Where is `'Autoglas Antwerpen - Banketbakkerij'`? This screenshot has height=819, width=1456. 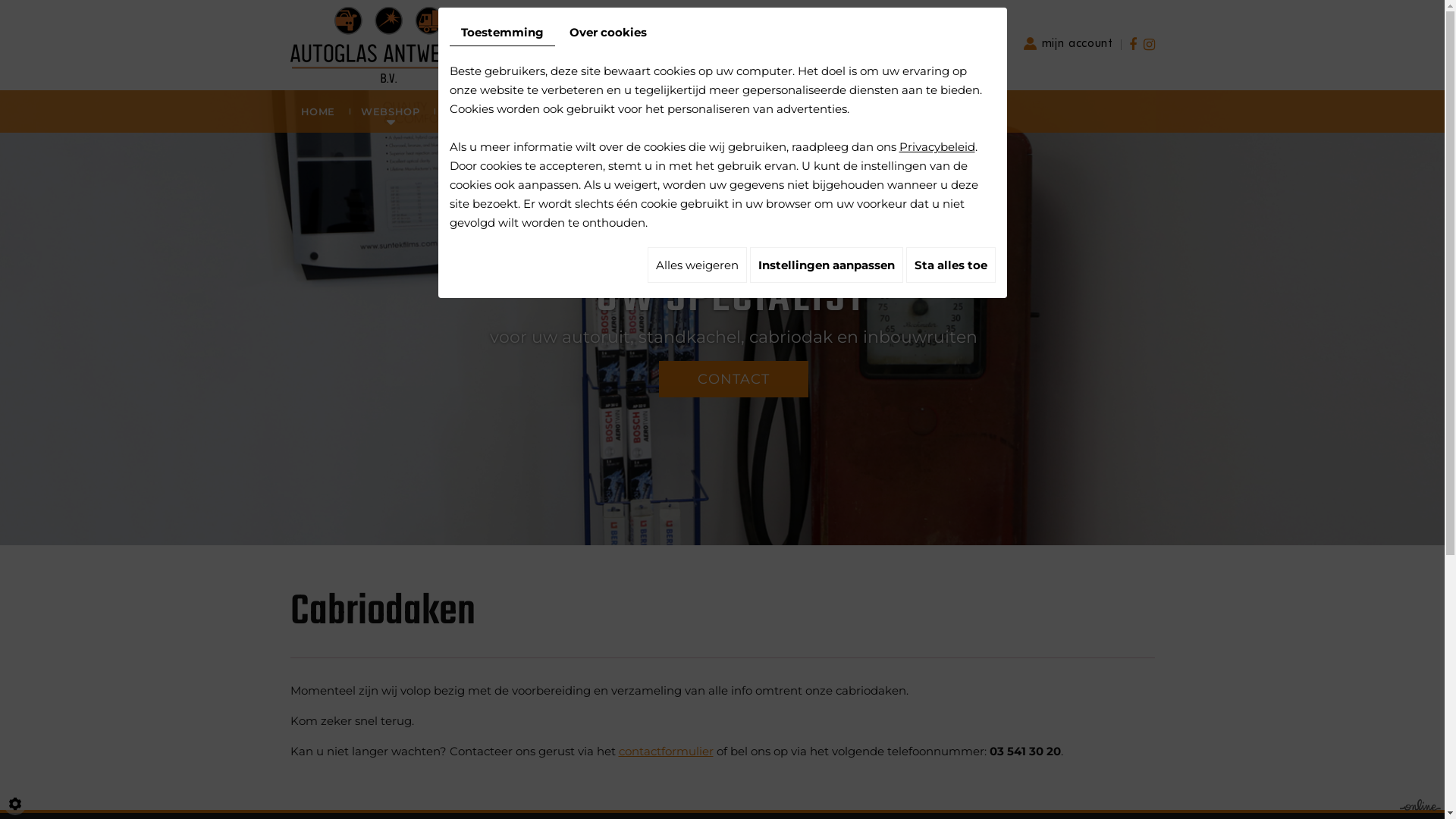
'Autoglas Antwerpen - Banketbakkerij' is located at coordinates (387, 42).